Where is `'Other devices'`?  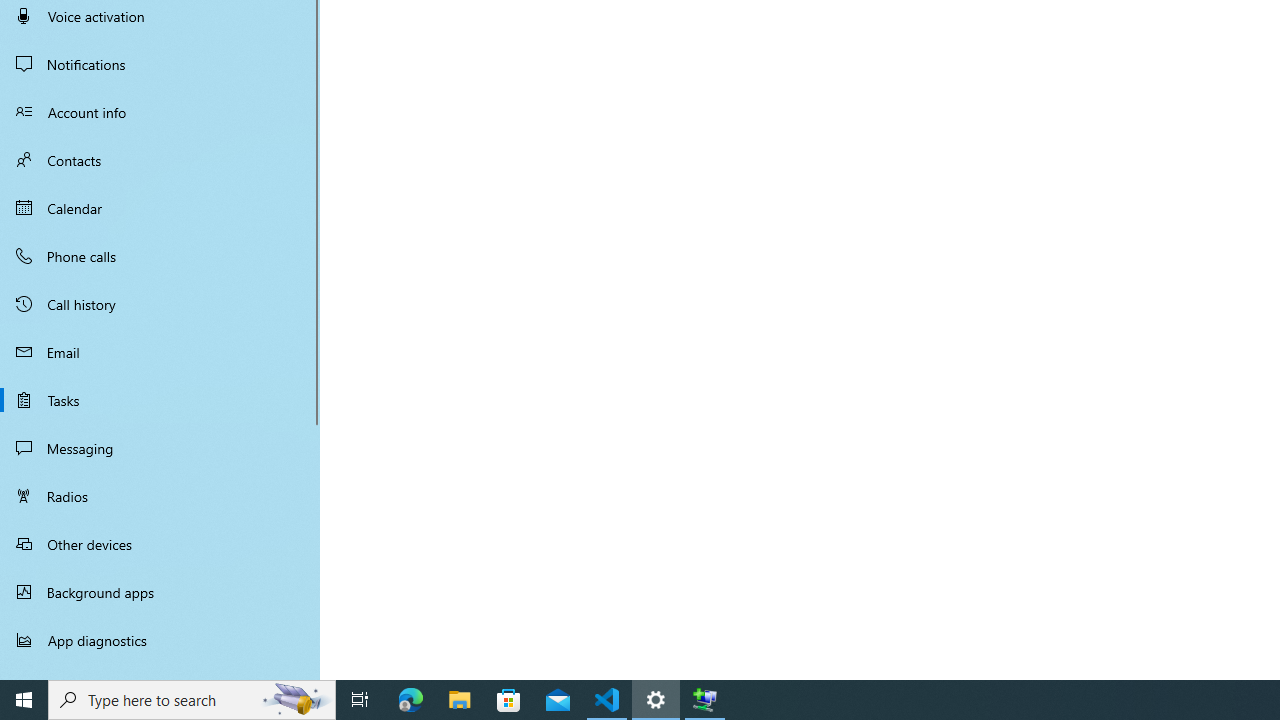
'Other devices' is located at coordinates (160, 543).